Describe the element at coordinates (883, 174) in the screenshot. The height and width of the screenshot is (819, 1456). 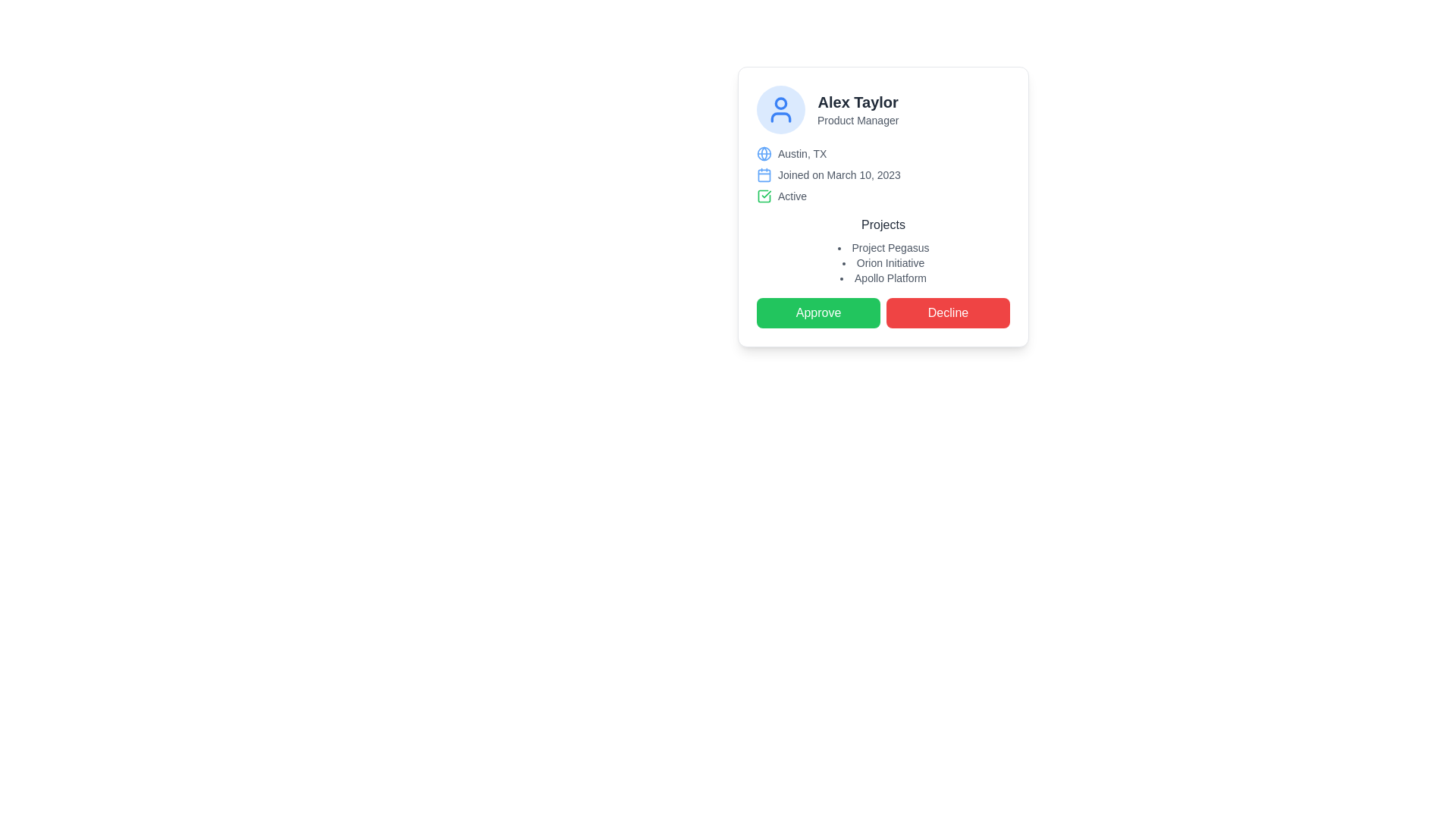
I see `the informational text element regarding the date the individual joined, located in the profile card between 'Austin, TX' and 'Active'` at that location.